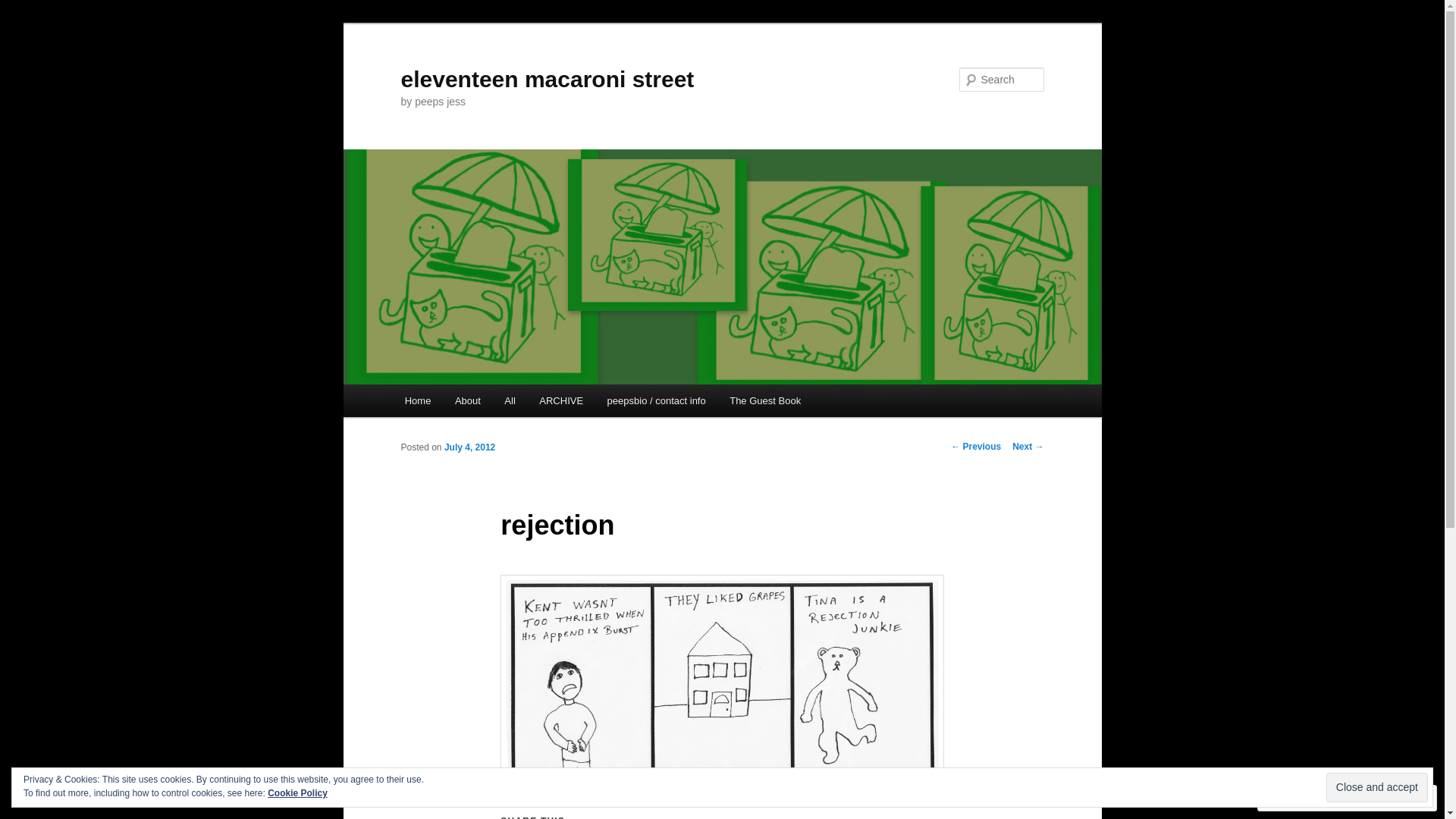  Describe the element at coordinates (720, 677) in the screenshot. I see `'kent'` at that location.